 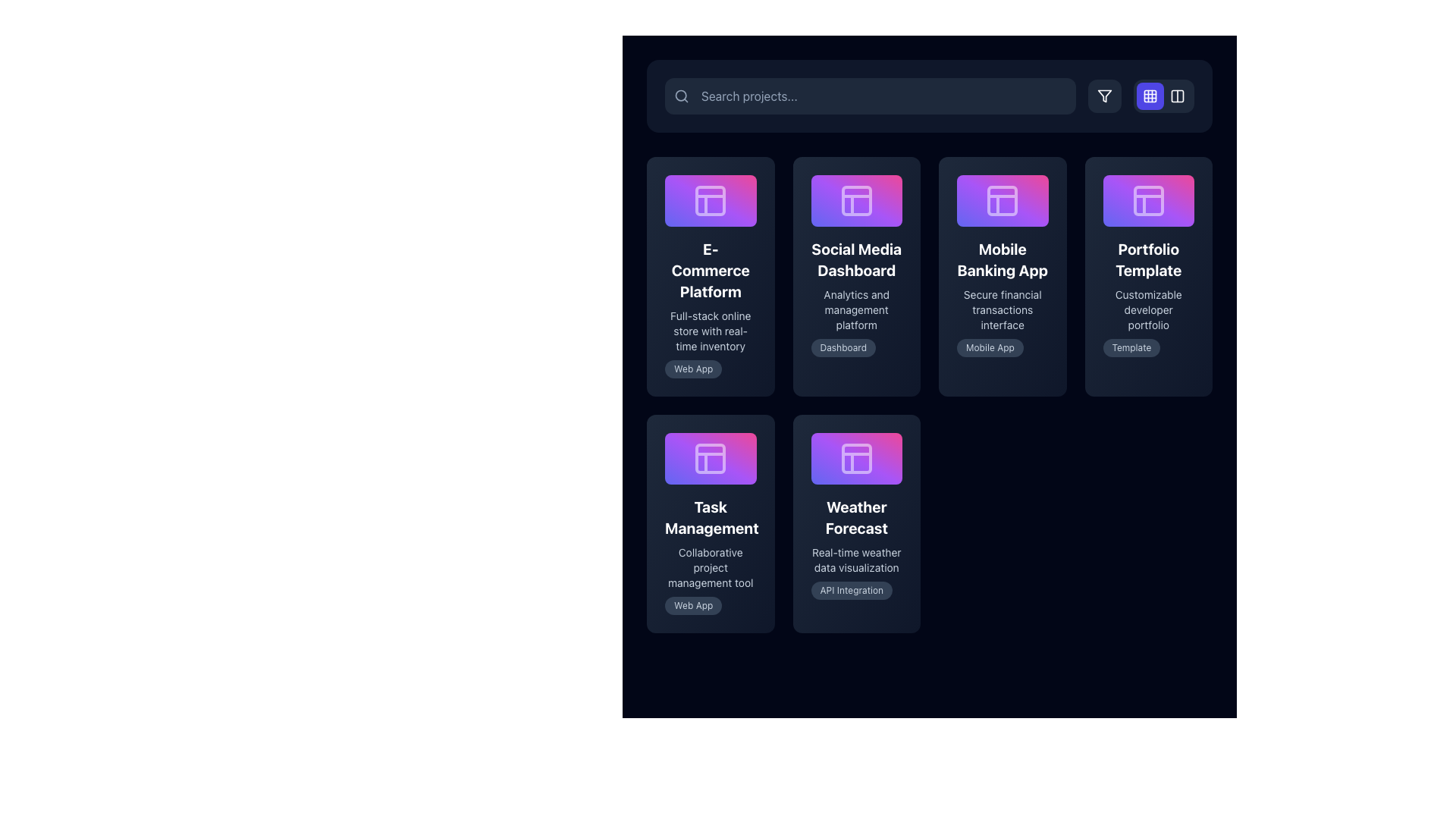 I want to click on the static informational text that displays 'Analytics and management platform' in light gray, positioned below the bold title 'Social Media Dashboard', so click(x=856, y=309).